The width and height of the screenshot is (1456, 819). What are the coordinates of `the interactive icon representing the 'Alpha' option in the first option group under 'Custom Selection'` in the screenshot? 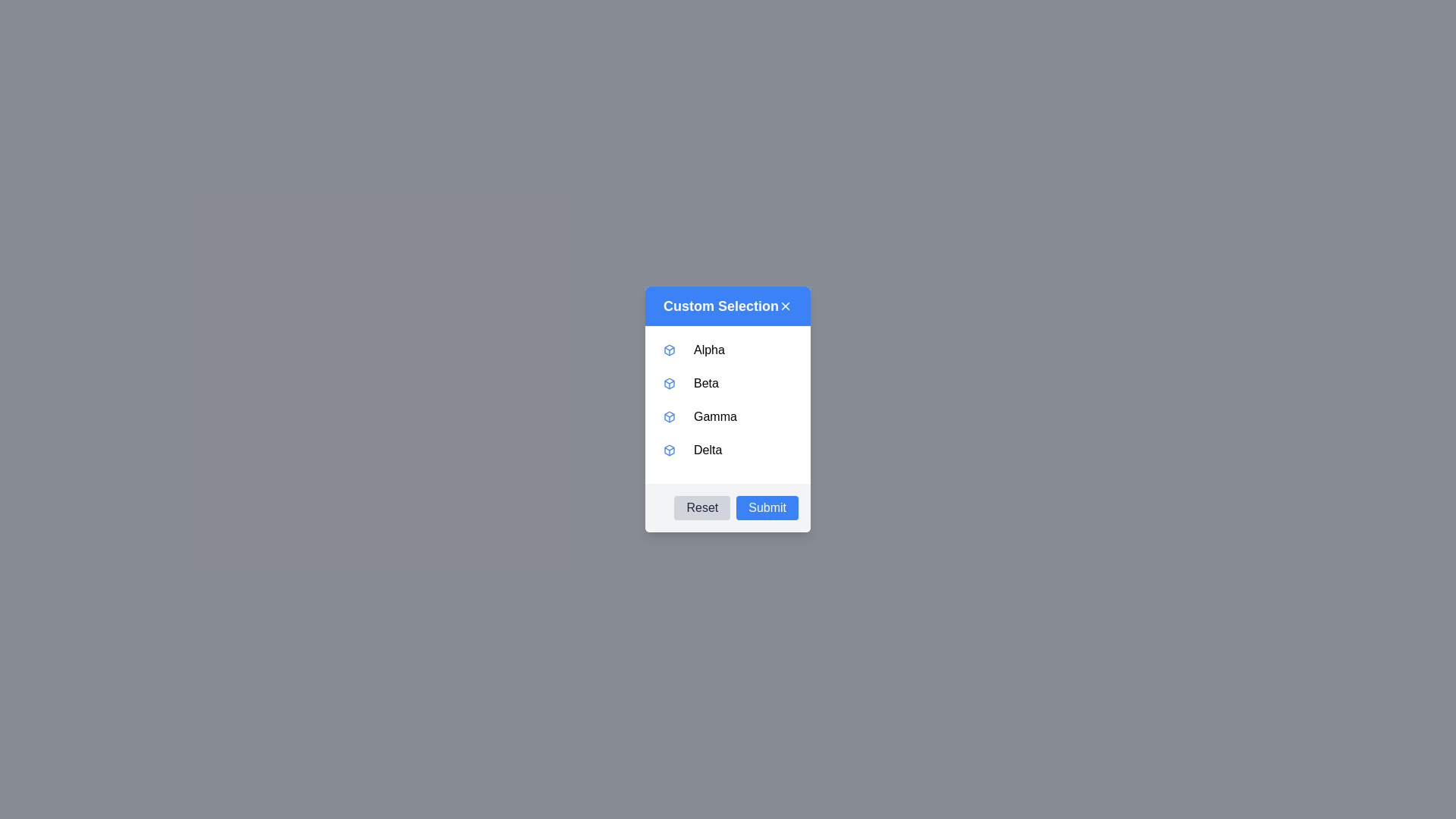 It's located at (669, 350).